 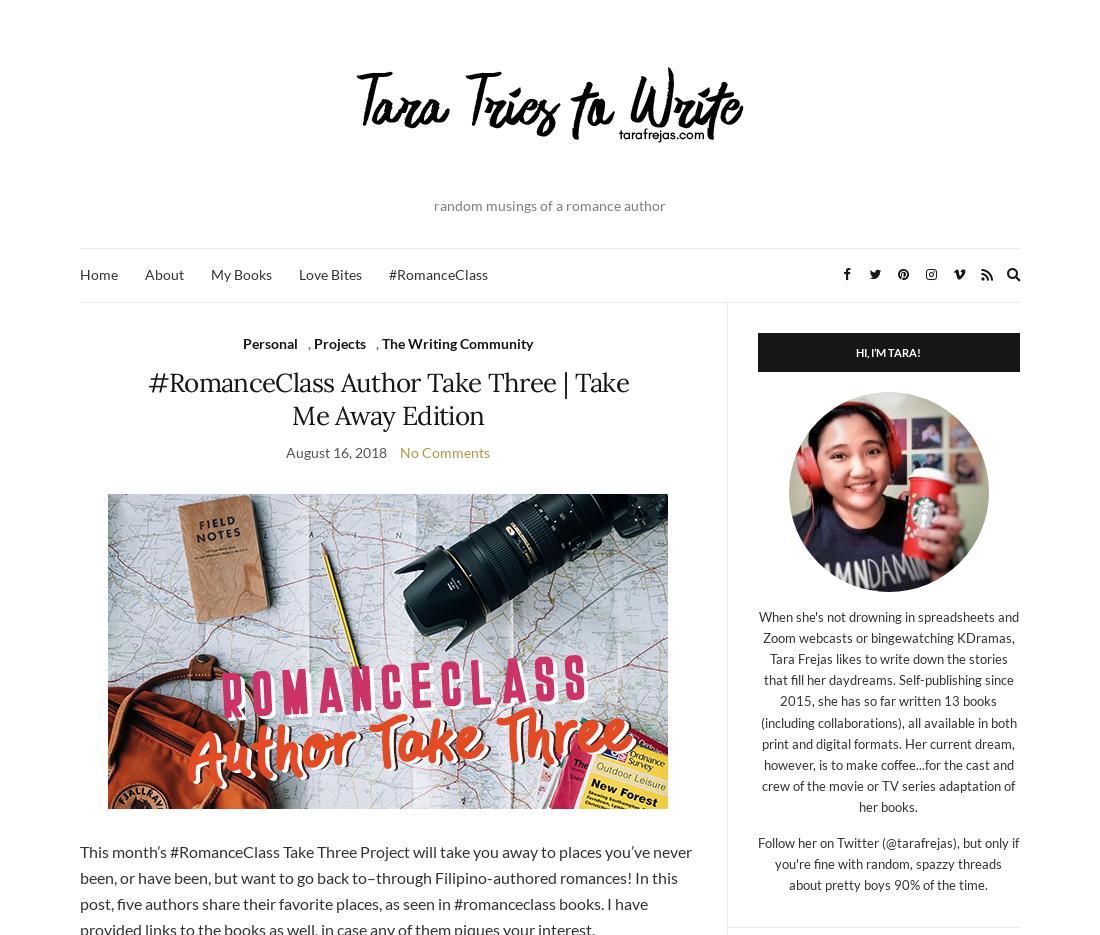 What do you see at coordinates (887, 350) in the screenshot?
I see `'HI, I’M TARA!'` at bounding box center [887, 350].